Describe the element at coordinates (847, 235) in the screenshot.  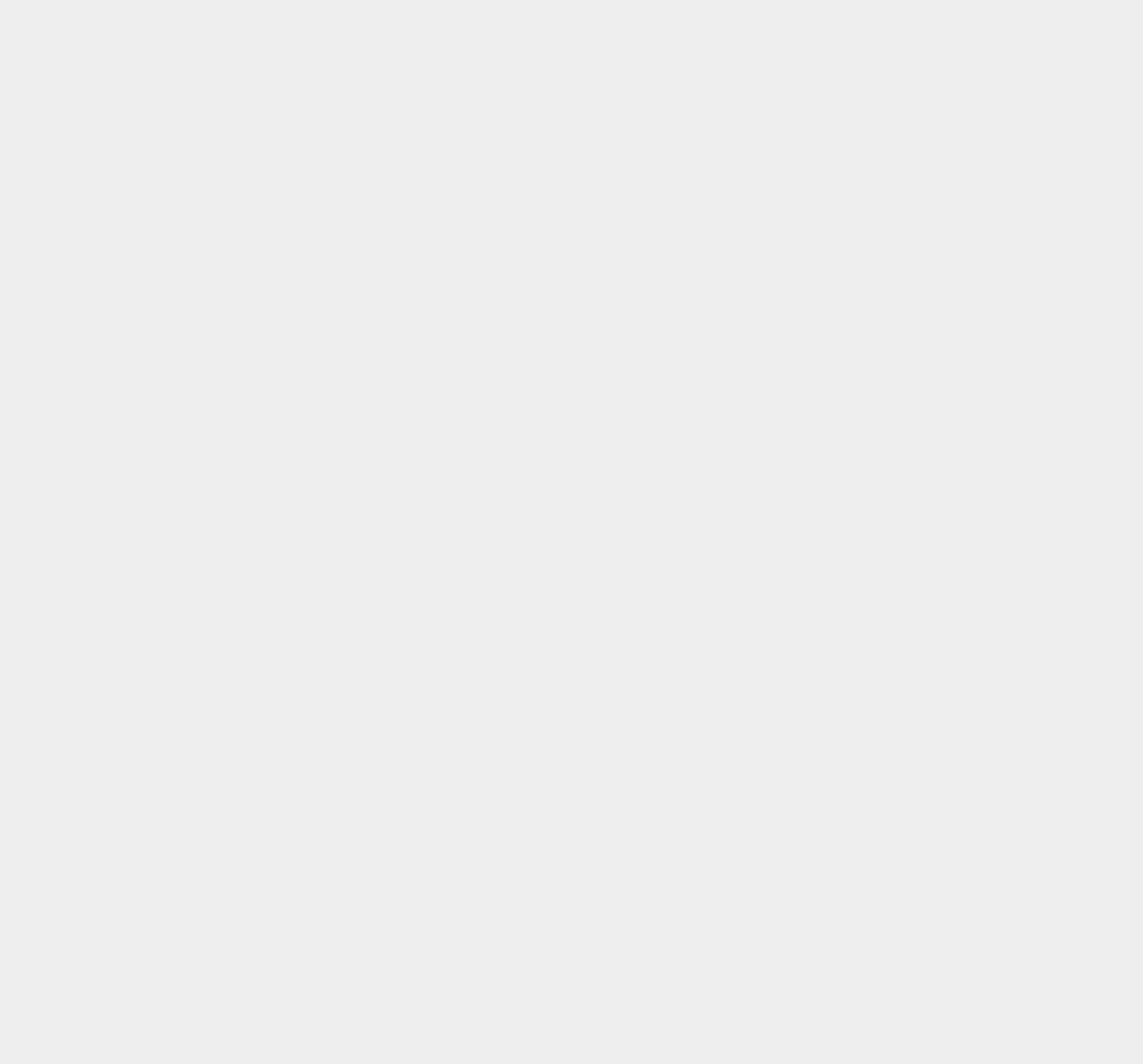
I see `'Visual Studio'` at that location.